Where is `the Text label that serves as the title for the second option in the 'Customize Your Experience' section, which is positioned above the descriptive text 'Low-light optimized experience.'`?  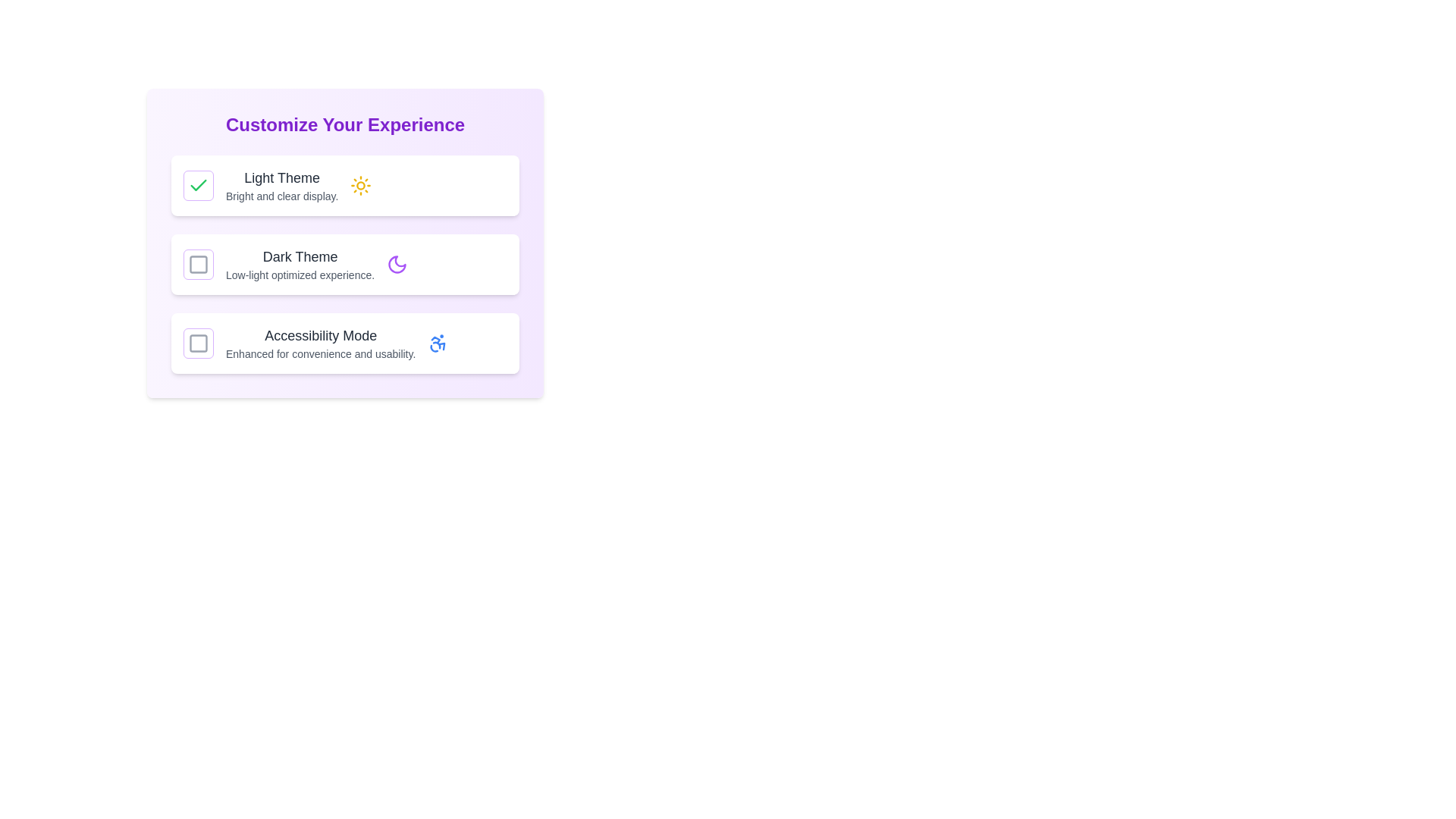
the Text label that serves as the title for the second option in the 'Customize Your Experience' section, which is positioned above the descriptive text 'Low-light optimized experience.' is located at coordinates (300, 256).